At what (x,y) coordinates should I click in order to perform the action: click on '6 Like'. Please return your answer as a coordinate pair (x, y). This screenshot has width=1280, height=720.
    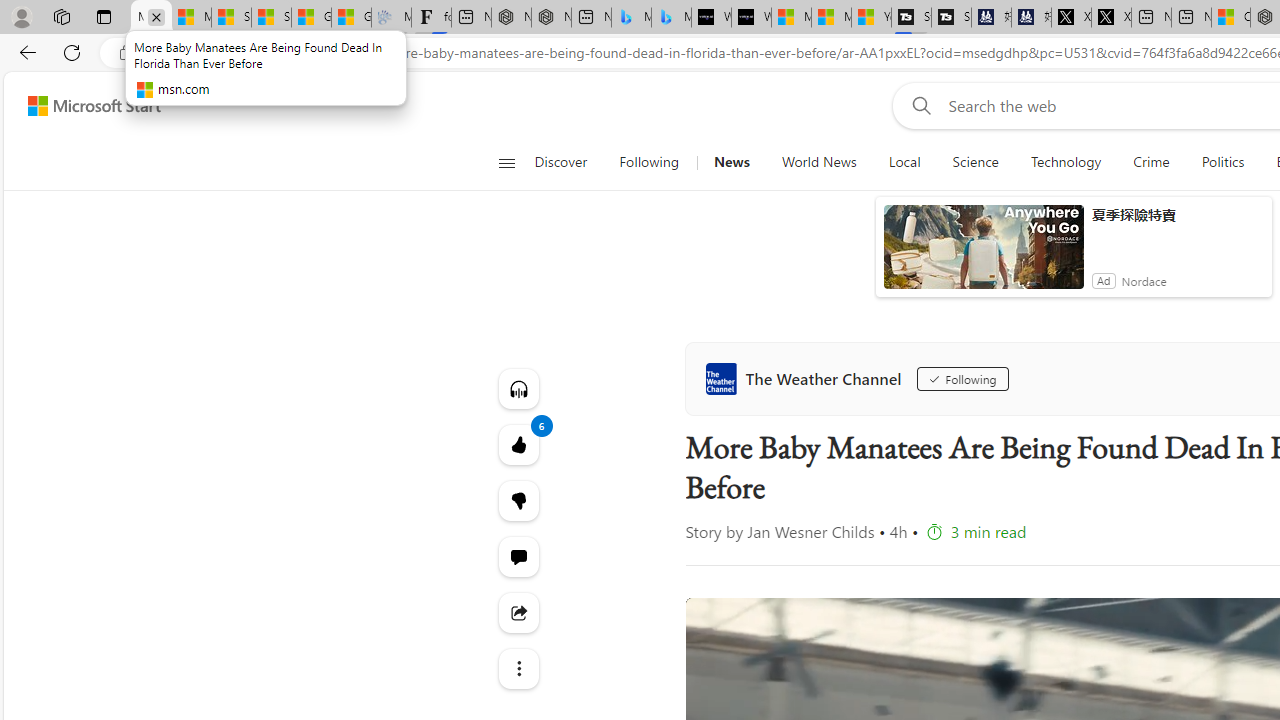
    Looking at the image, I should click on (518, 443).